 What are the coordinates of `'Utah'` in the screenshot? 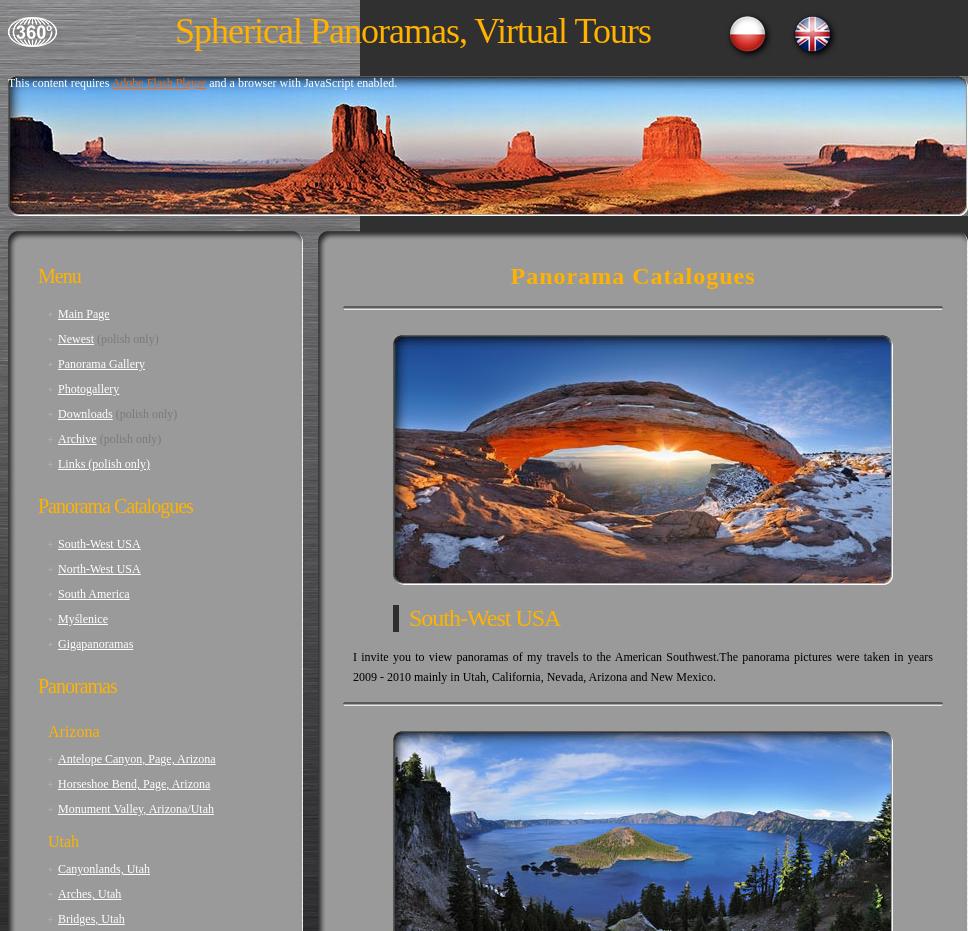 It's located at (62, 840).